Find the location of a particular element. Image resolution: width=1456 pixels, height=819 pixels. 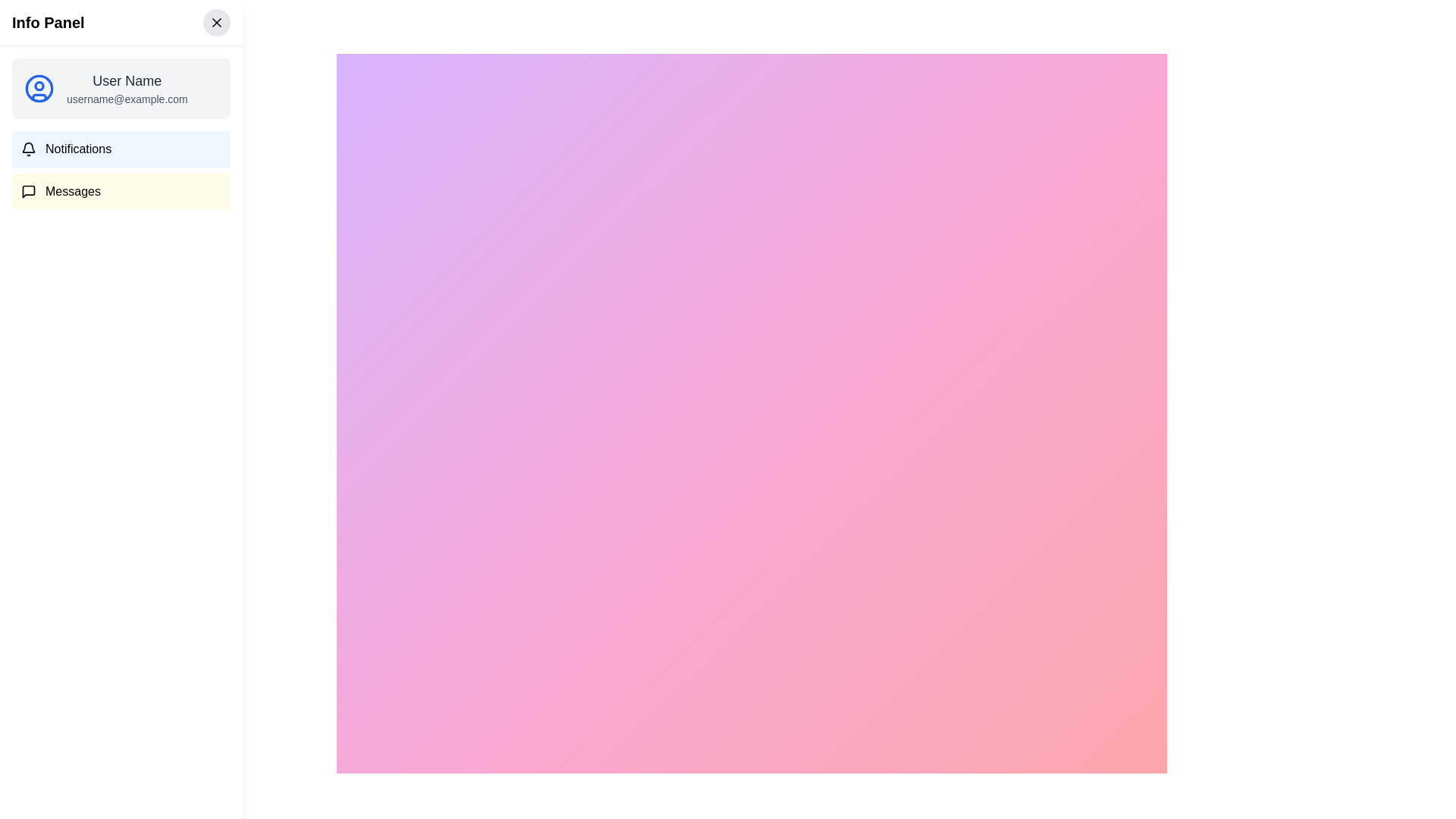

the message bubble icon located to the left of the 'Messages' text in the vertical menu is located at coordinates (29, 191).